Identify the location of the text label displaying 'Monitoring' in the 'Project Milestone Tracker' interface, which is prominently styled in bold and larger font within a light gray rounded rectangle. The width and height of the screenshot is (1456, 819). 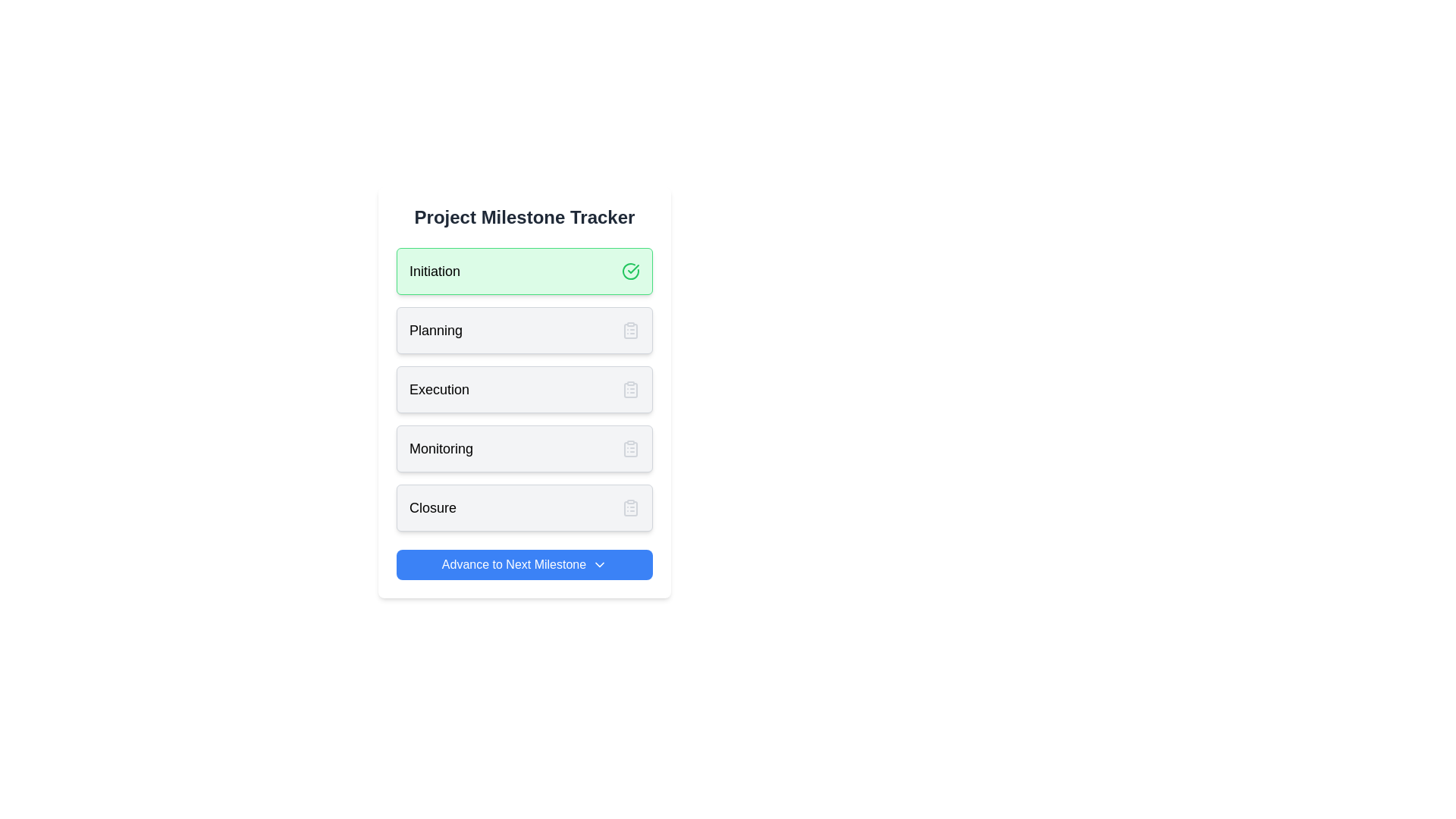
(440, 447).